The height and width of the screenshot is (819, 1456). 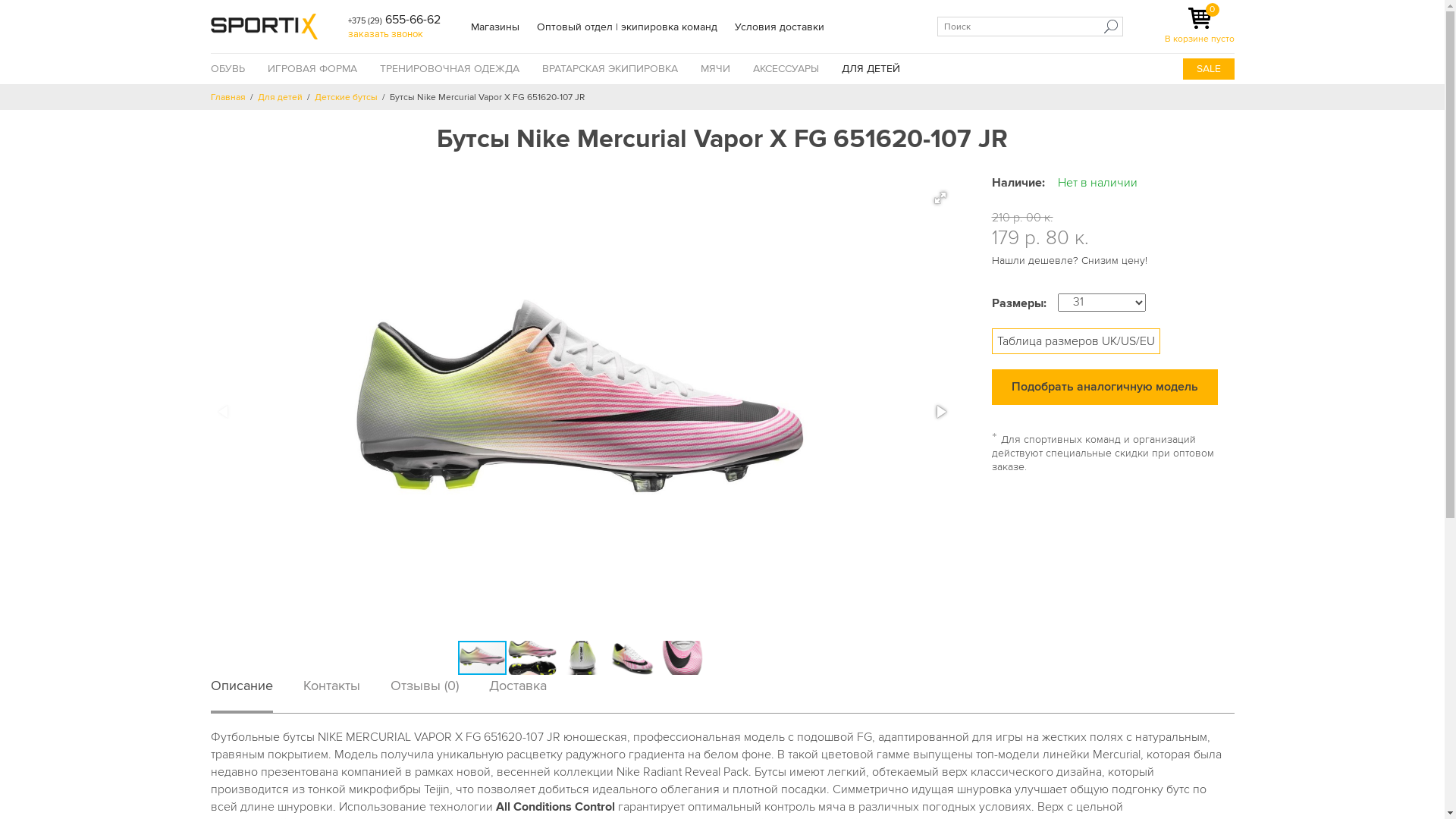 What do you see at coordinates (393, 20) in the screenshot?
I see `'+375 (29) 655-66-62'` at bounding box center [393, 20].